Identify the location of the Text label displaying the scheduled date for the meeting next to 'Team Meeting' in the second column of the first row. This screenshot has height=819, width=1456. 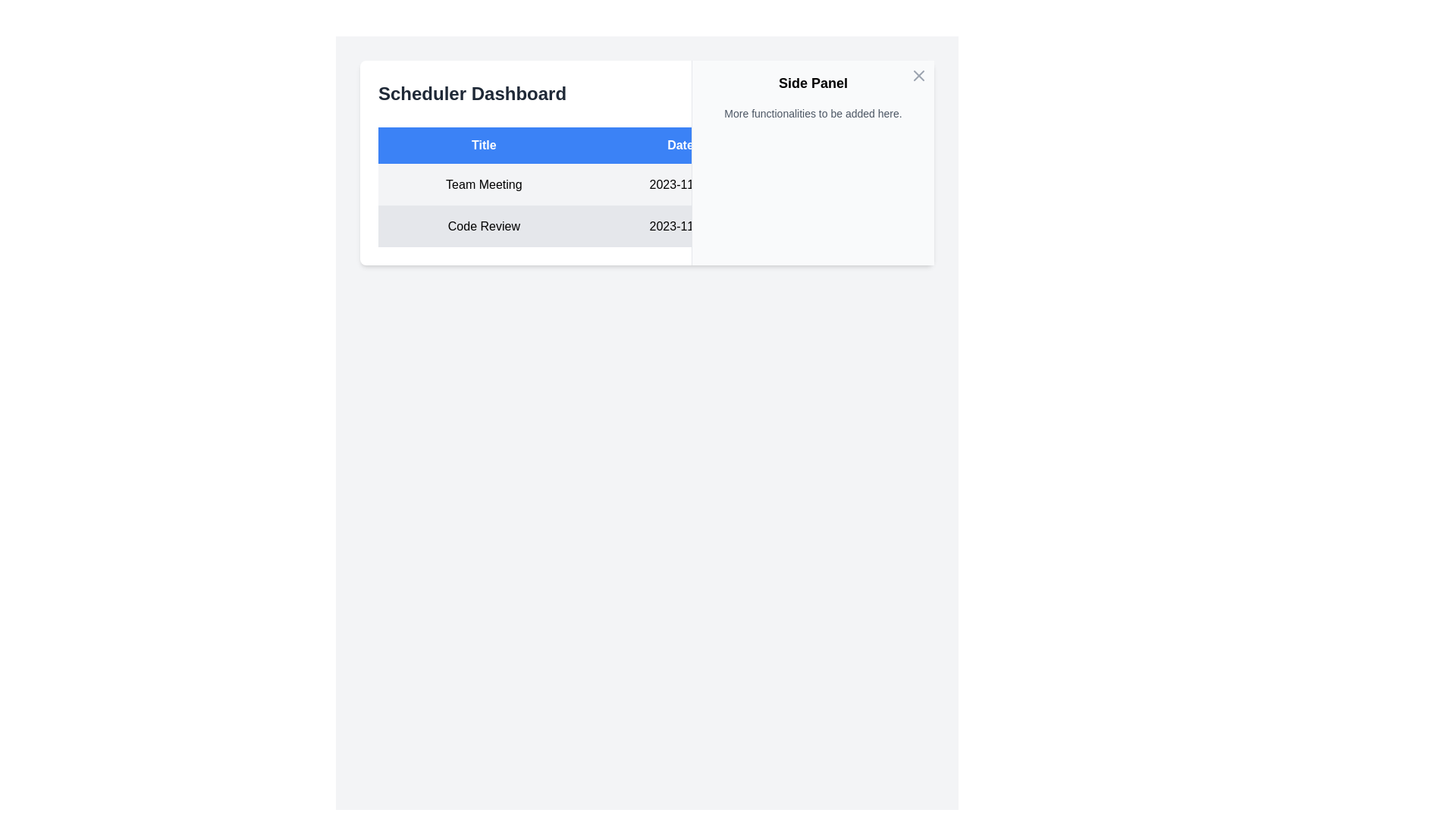
(679, 184).